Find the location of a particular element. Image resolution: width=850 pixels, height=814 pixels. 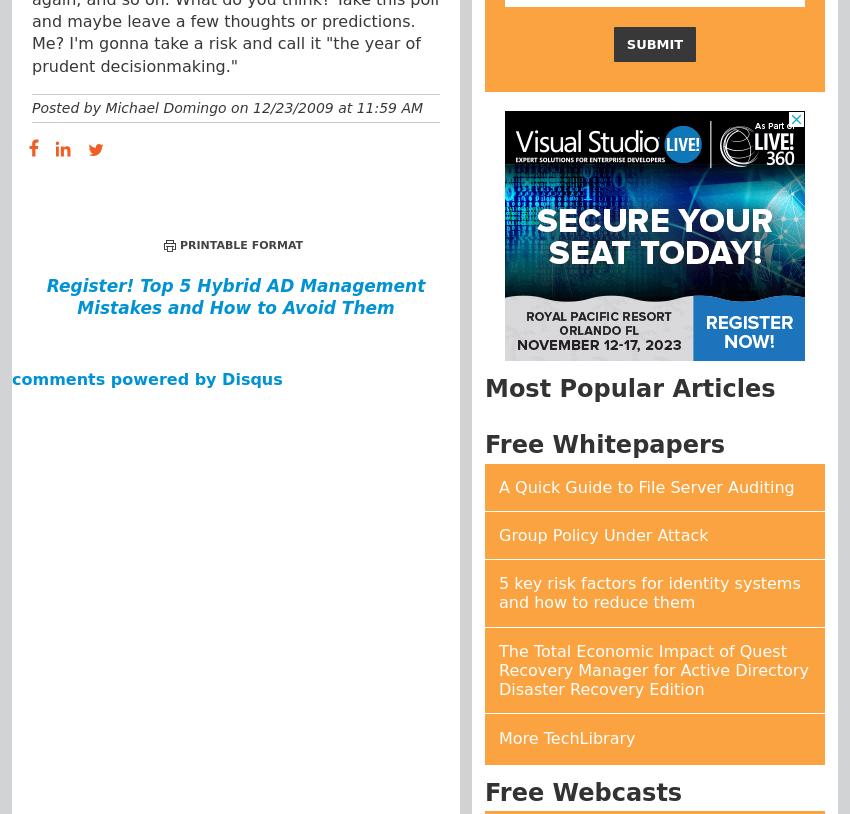

'at' is located at coordinates (343, 105).